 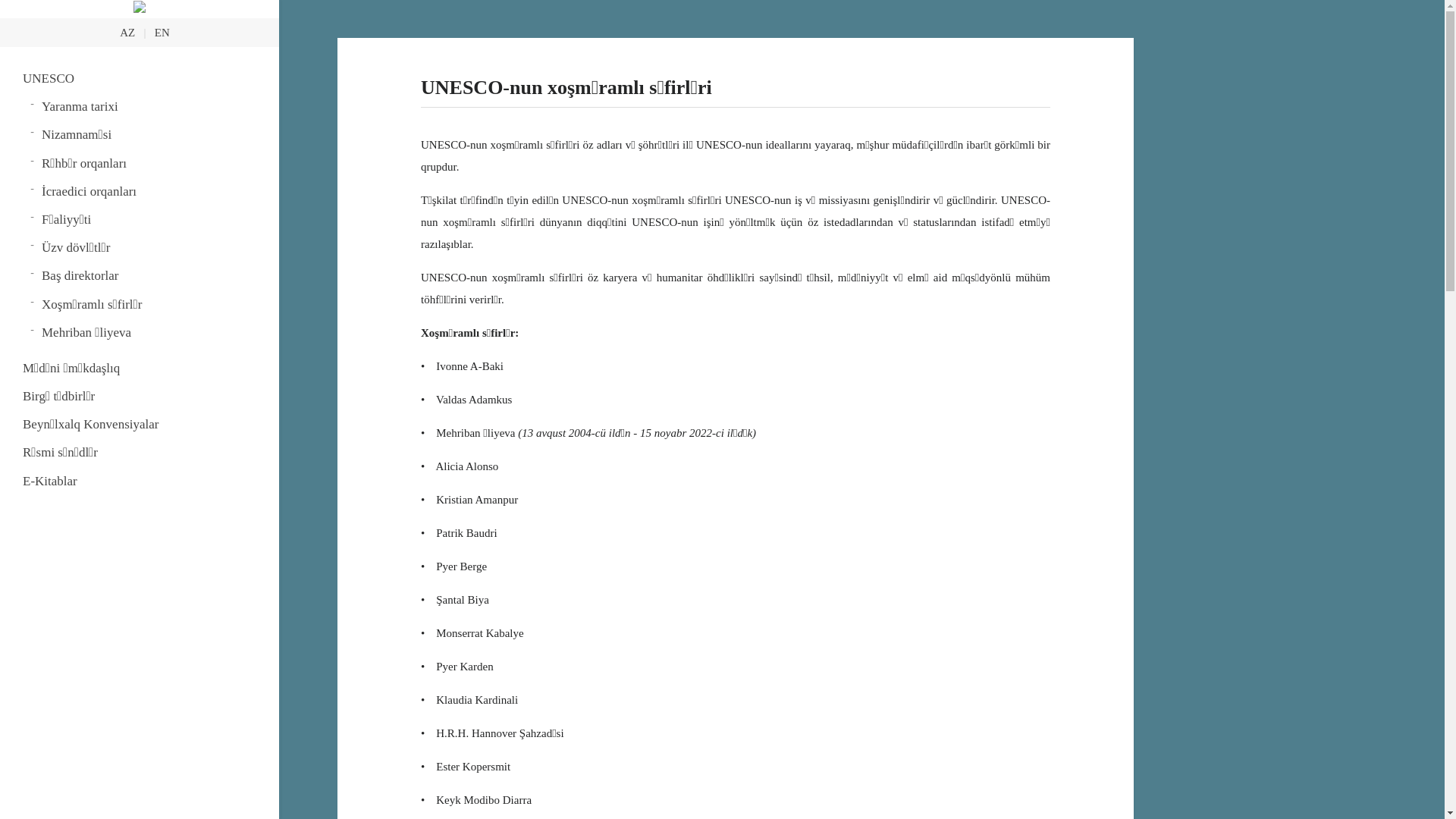 What do you see at coordinates (162, 32) in the screenshot?
I see `'EN'` at bounding box center [162, 32].